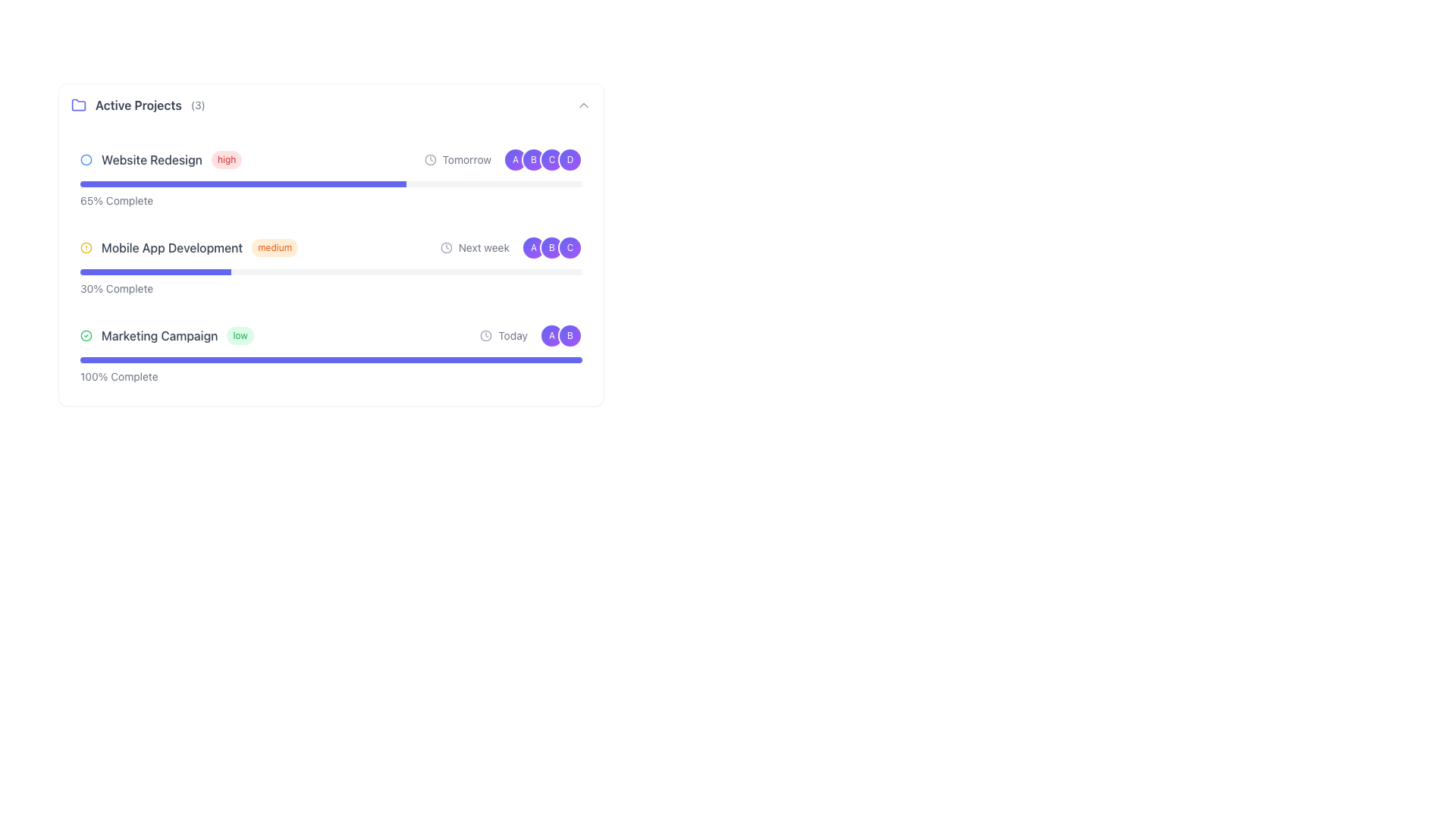 This screenshot has height=819, width=1456. I want to click on the fully filled blue progress bar located below the 'Marketing Campaign' section, indicating '100% Complete', so click(330, 359).